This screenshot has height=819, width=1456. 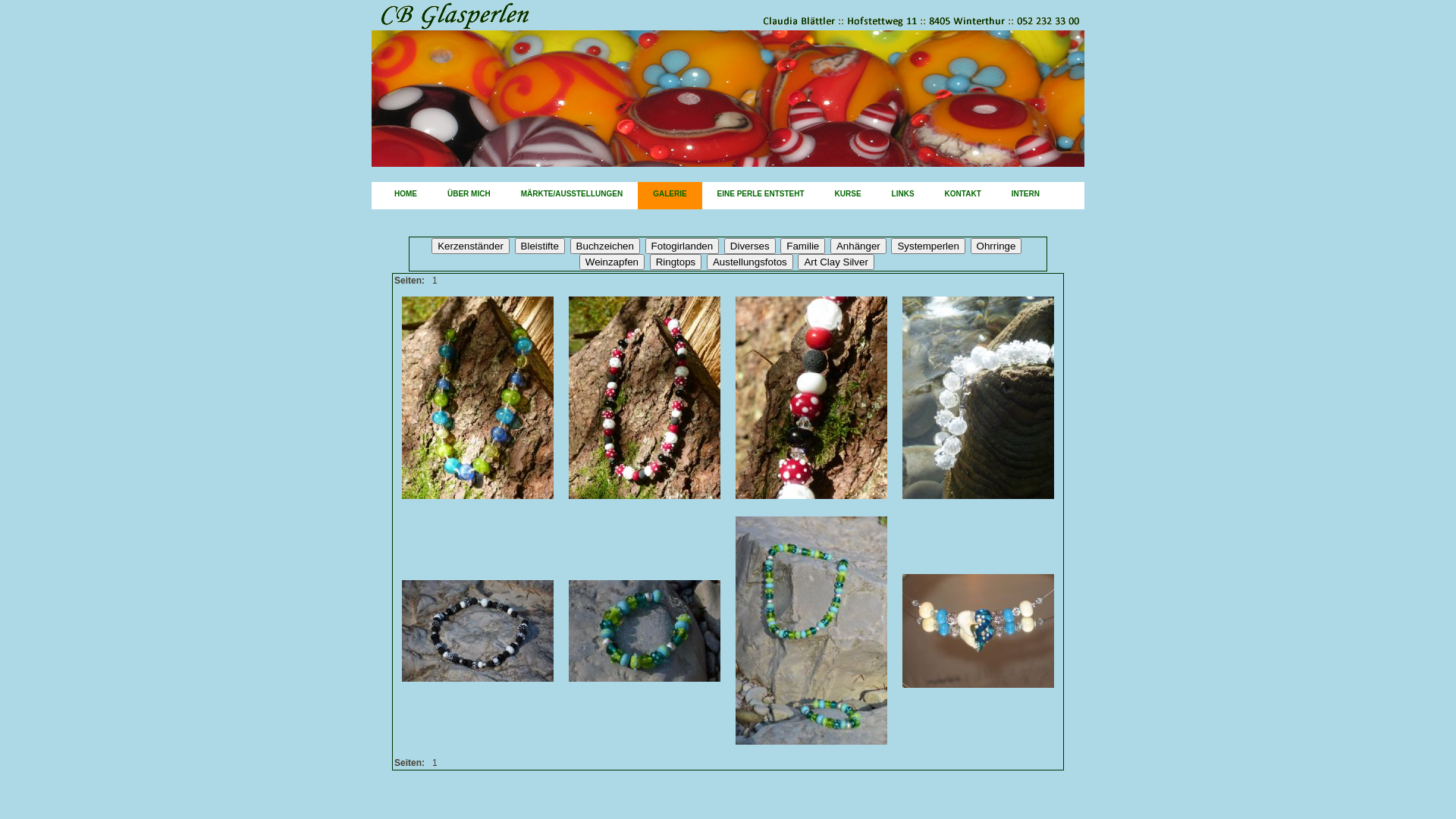 What do you see at coordinates (749, 245) in the screenshot?
I see `'Diverses'` at bounding box center [749, 245].